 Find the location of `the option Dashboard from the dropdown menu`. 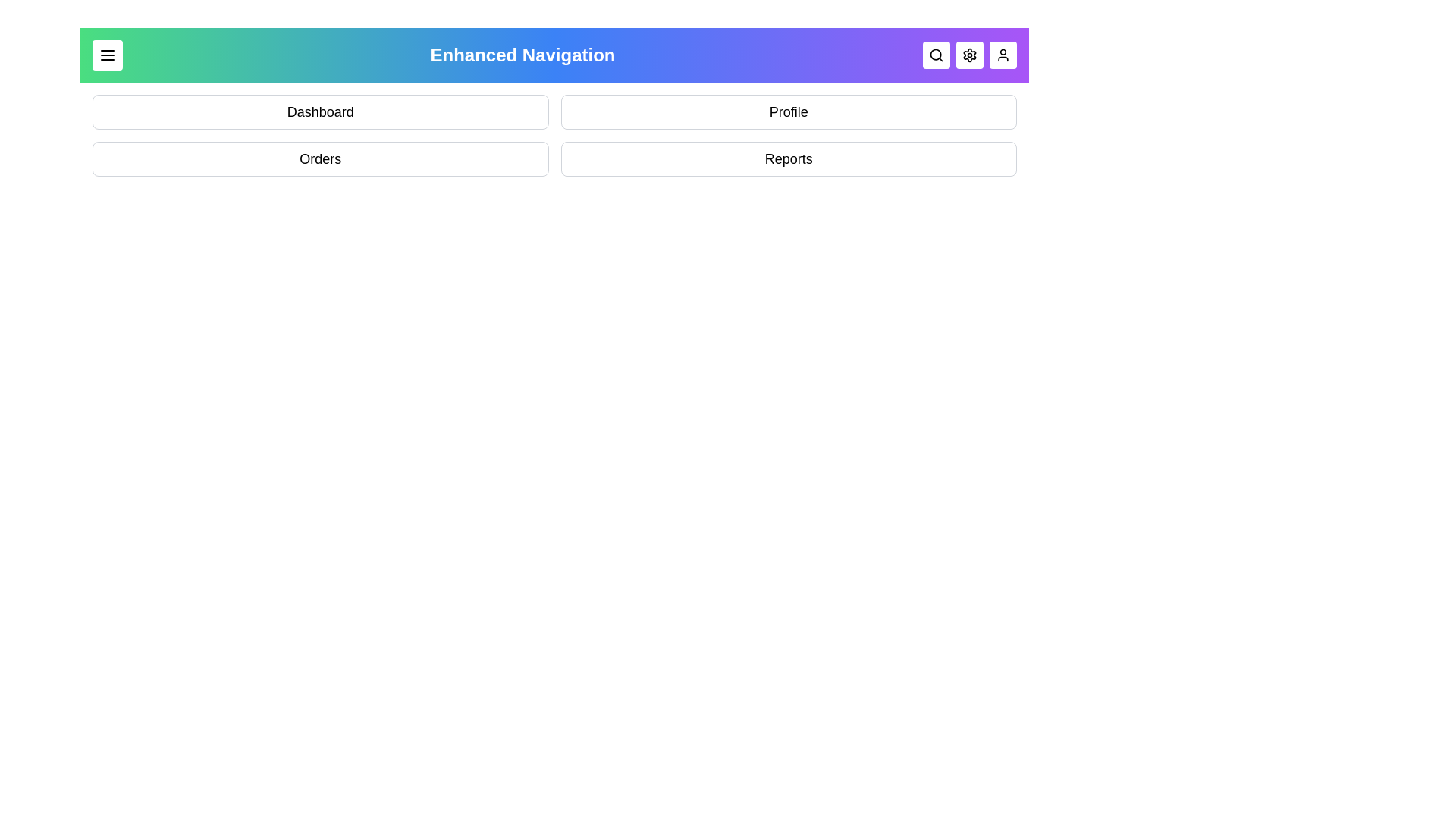

the option Dashboard from the dropdown menu is located at coordinates (319, 111).